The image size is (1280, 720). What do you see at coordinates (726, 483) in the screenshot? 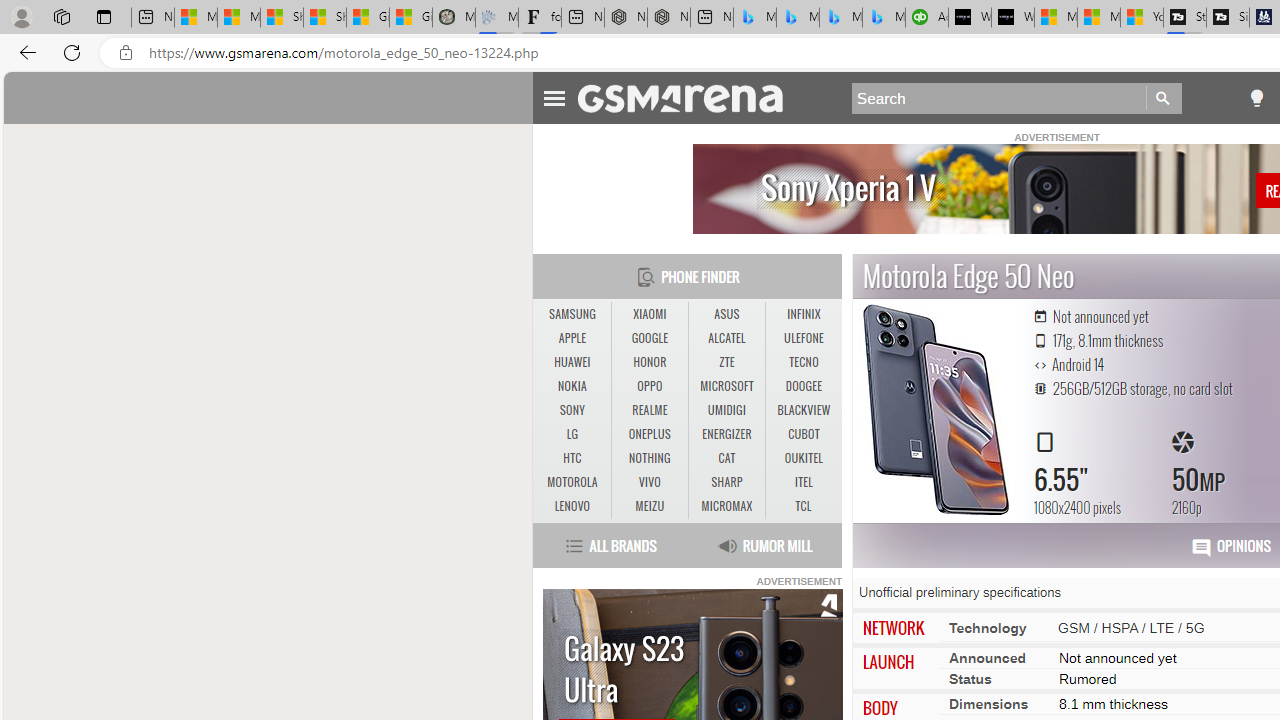
I see `'SHARP'` at bounding box center [726, 483].